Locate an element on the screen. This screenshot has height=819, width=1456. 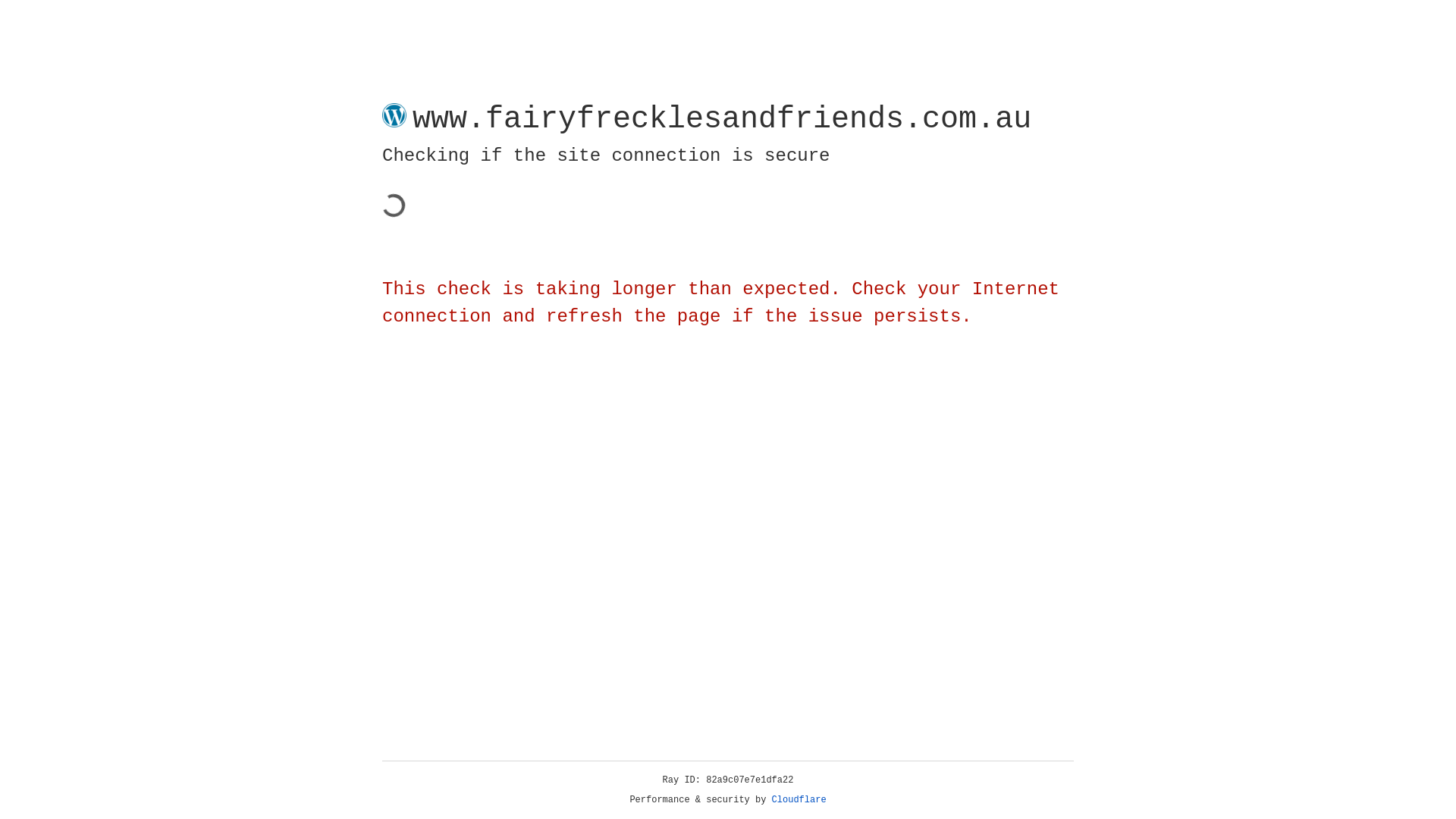
'Cloudflare' is located at coordinates (799, 799).